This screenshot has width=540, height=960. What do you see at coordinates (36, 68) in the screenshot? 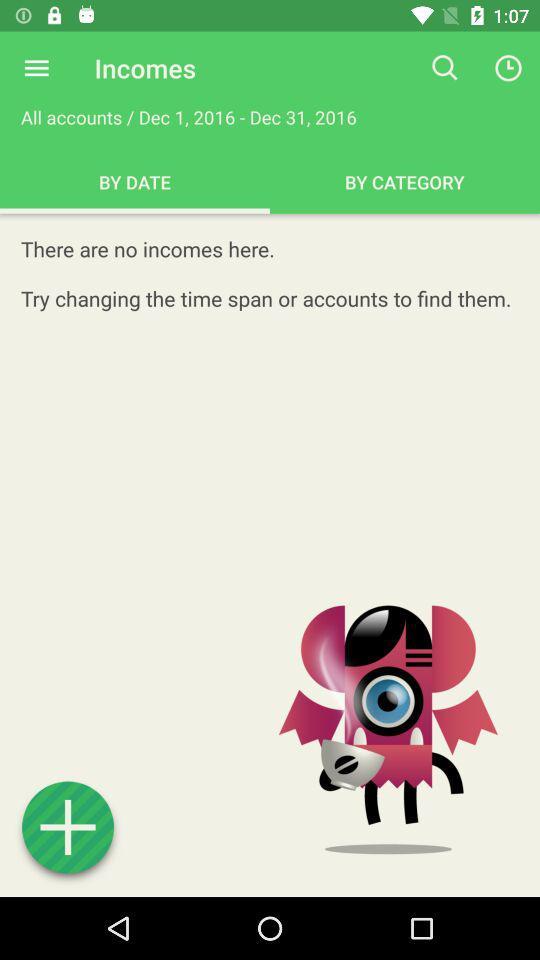
I see `the item to the left of the incomes` at bounding box center [36, 68].